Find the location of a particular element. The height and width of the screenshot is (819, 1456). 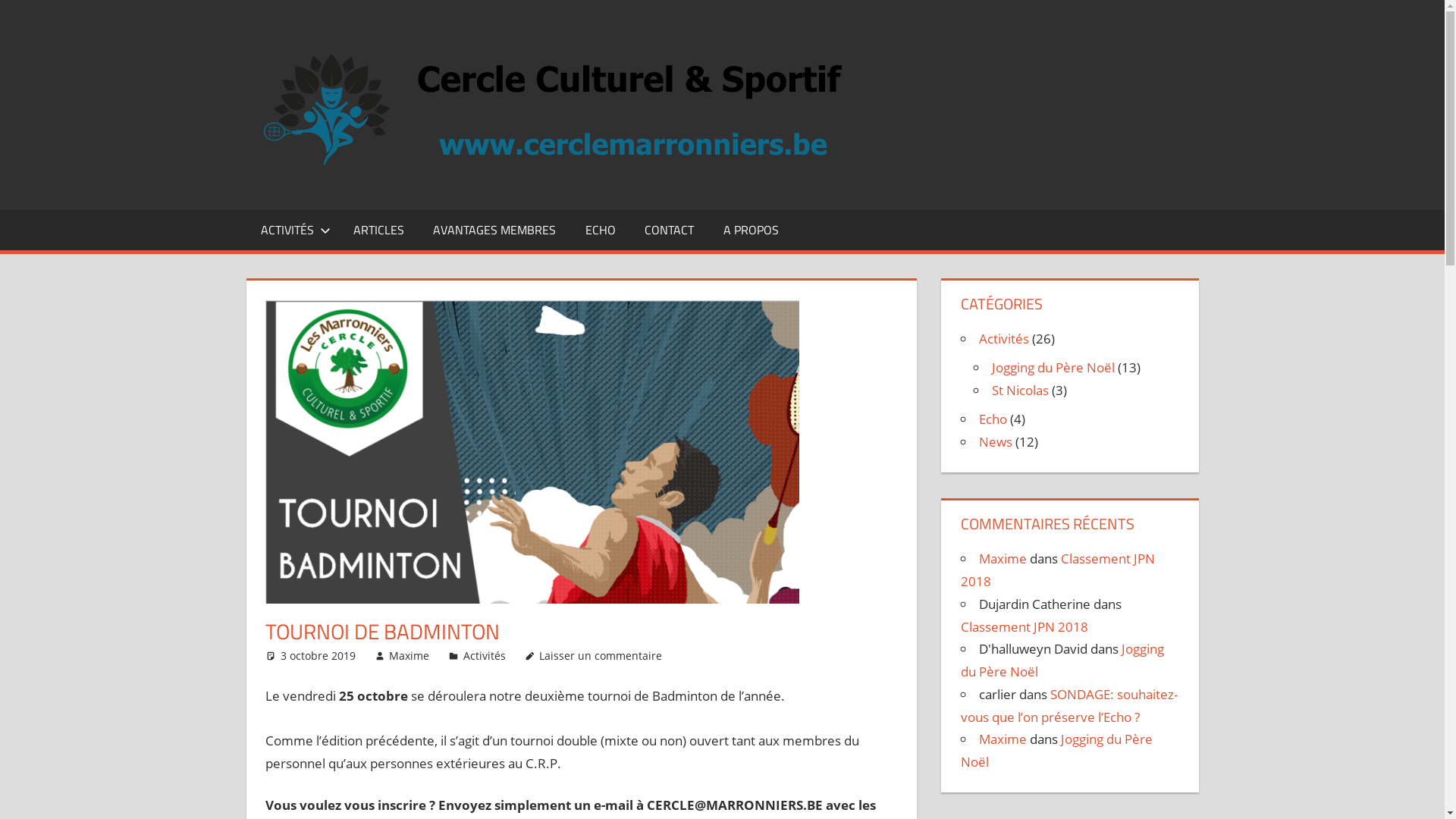

'News' is located at coordinates (996, 441).